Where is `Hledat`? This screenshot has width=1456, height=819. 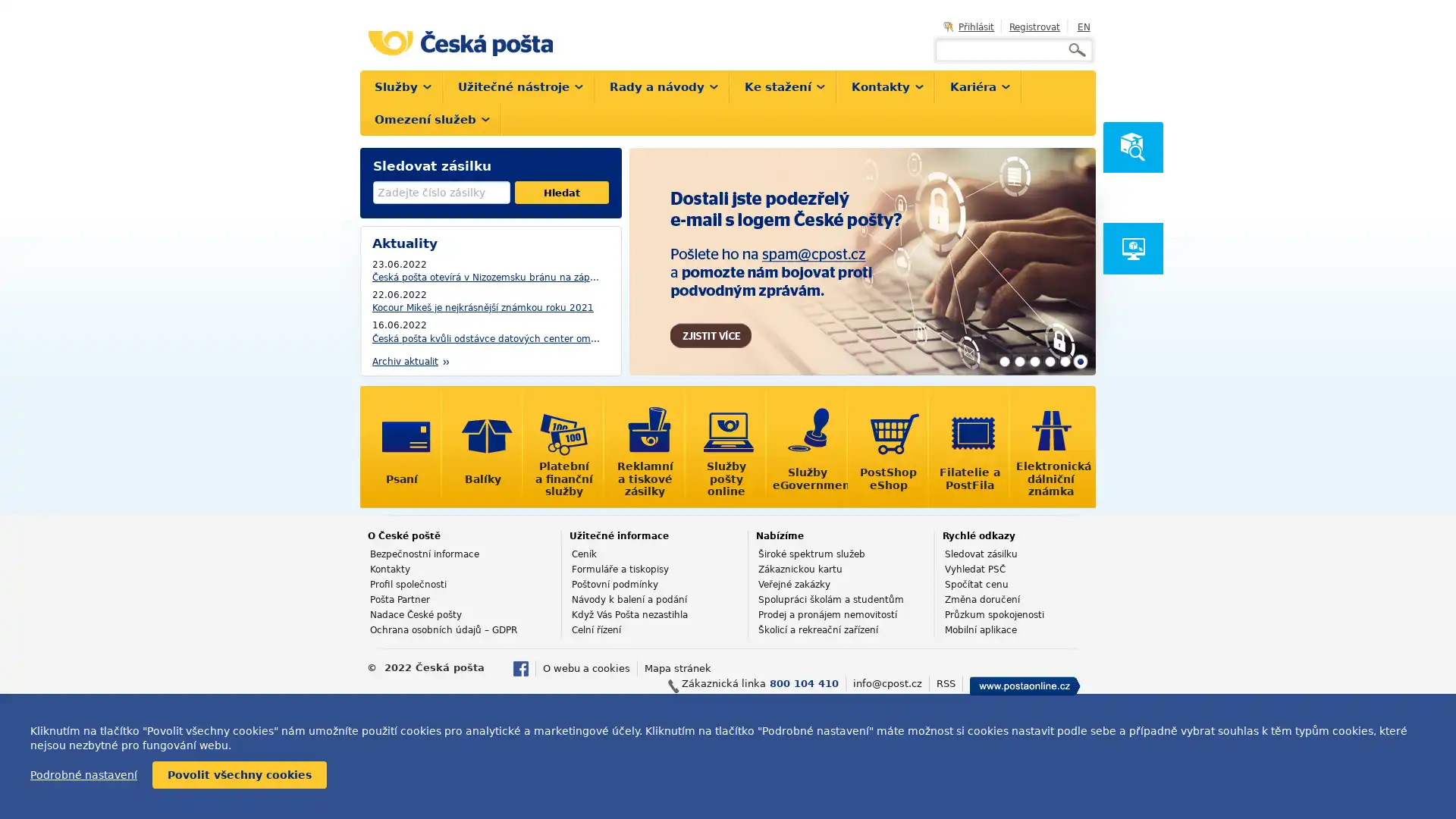
Hledat is located at coordinates (560, 192).